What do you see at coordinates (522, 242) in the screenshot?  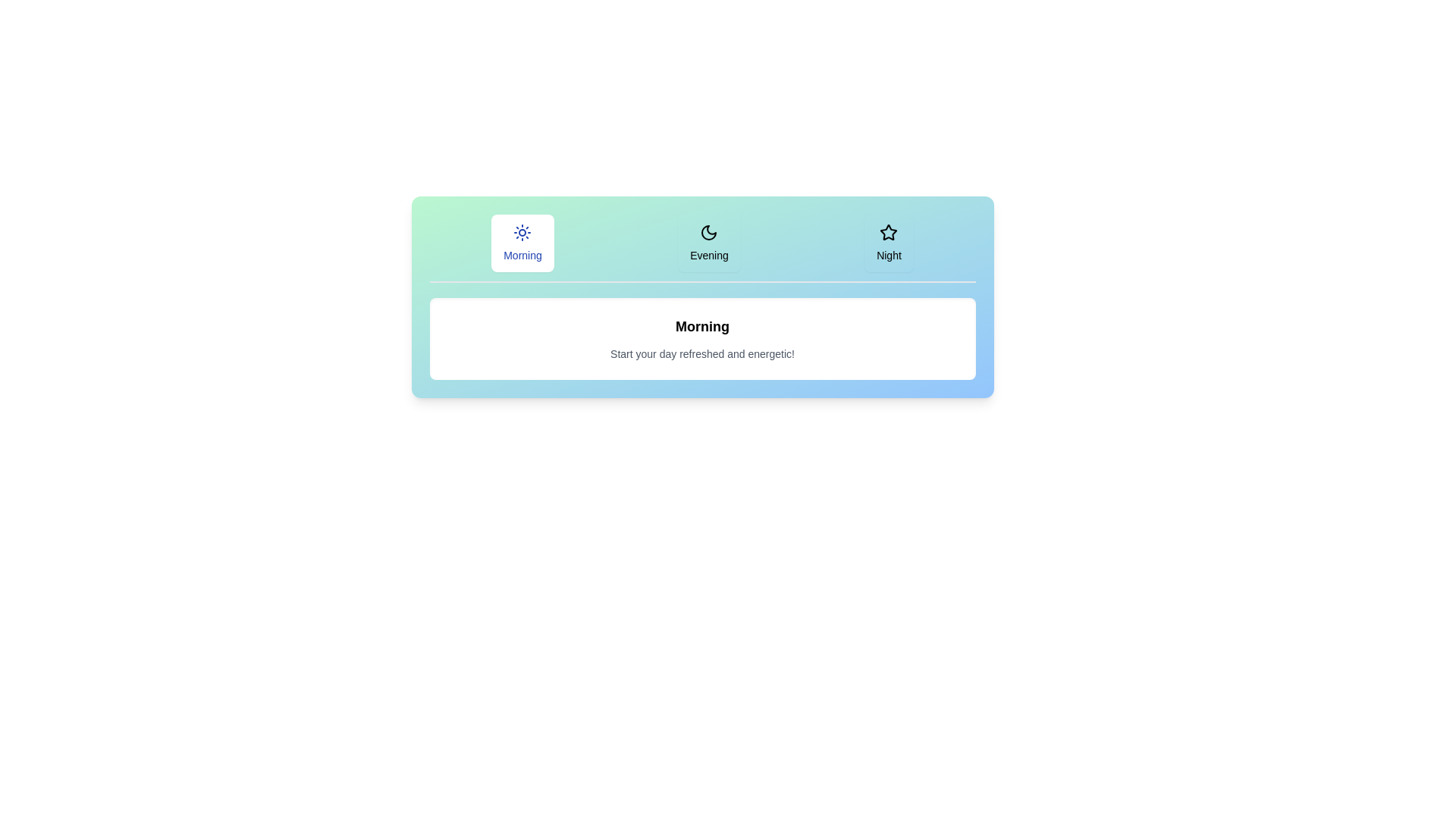 I see `the Morning tab by clicking on it` at bounding box center [522, 242].